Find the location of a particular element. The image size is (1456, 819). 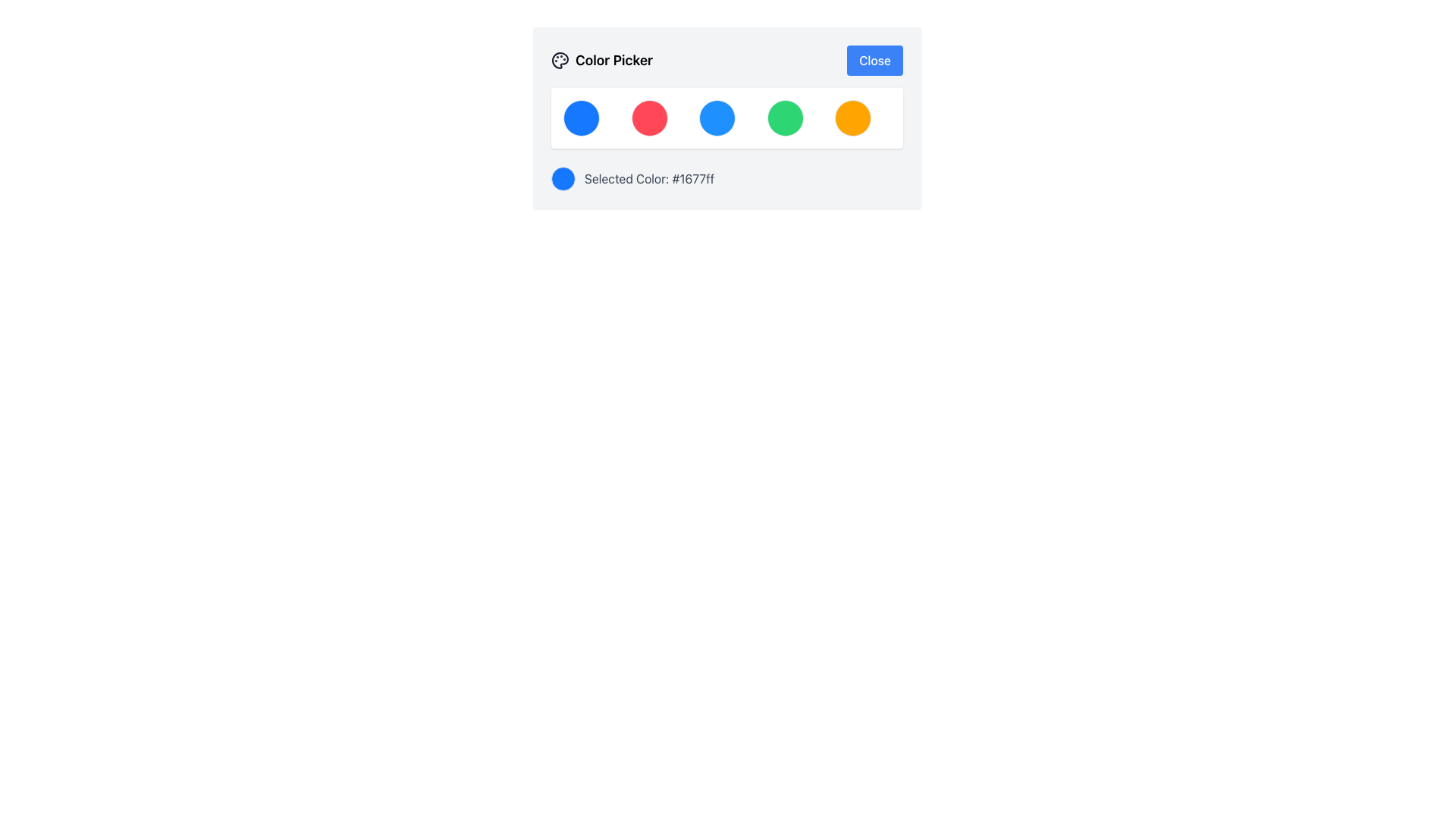

the interactive blue color selection circle, which is the third circle in a row of five colored circles is located at coordinates (726, 117).